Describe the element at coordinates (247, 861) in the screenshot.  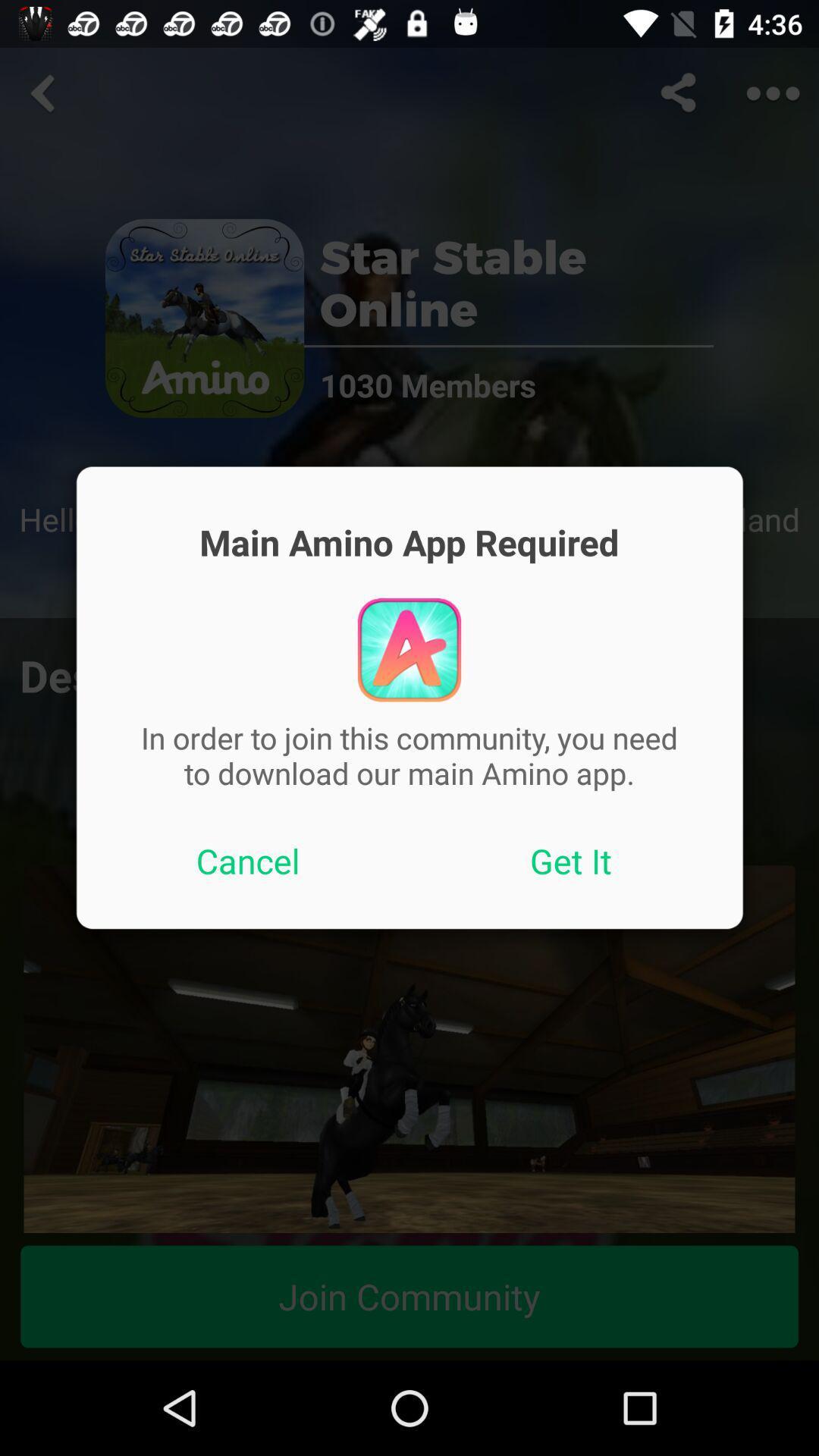
I see `the cancel item` at that location.